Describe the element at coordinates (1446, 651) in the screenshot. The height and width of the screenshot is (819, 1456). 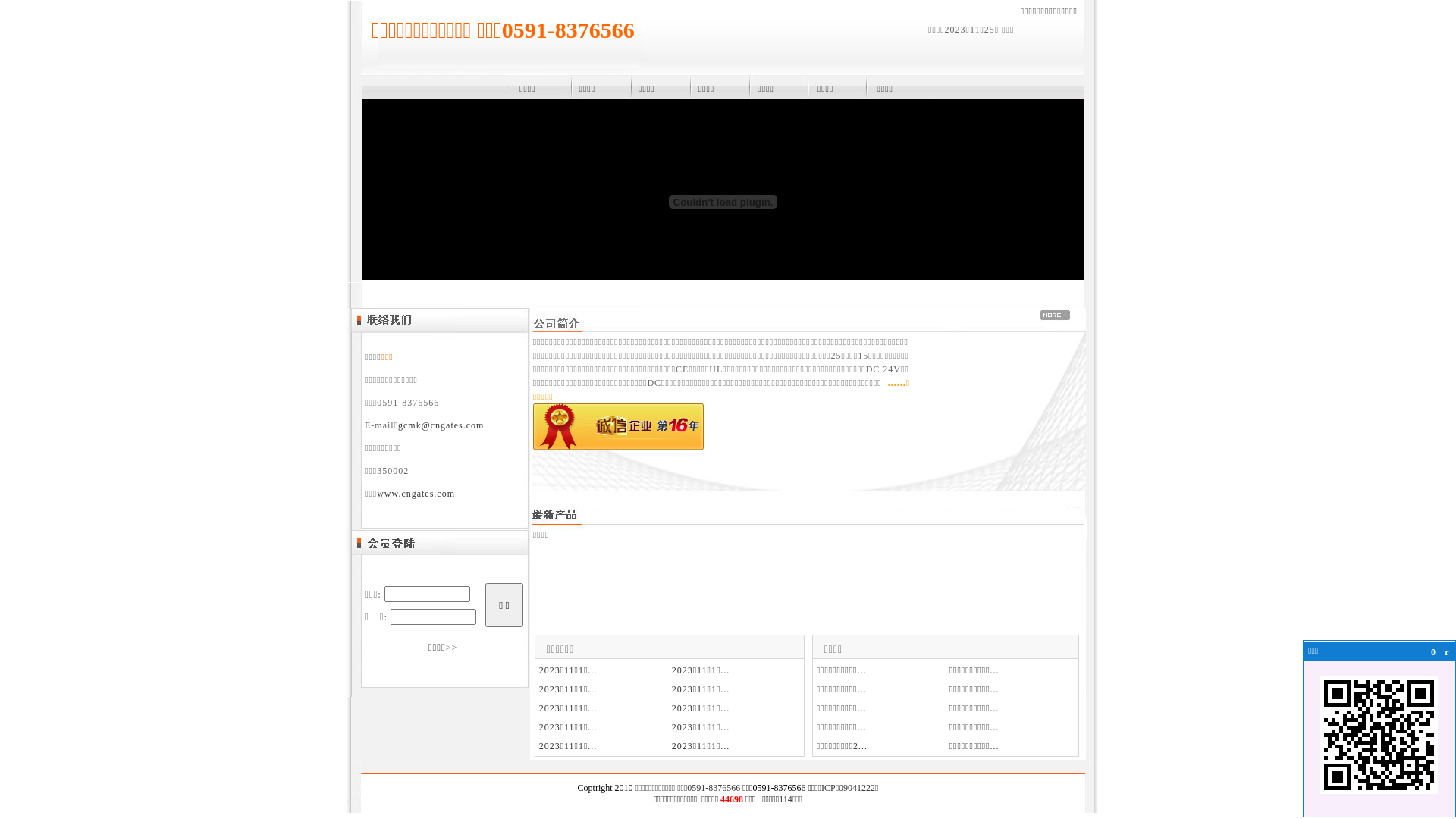
I see `'r'` at that location.